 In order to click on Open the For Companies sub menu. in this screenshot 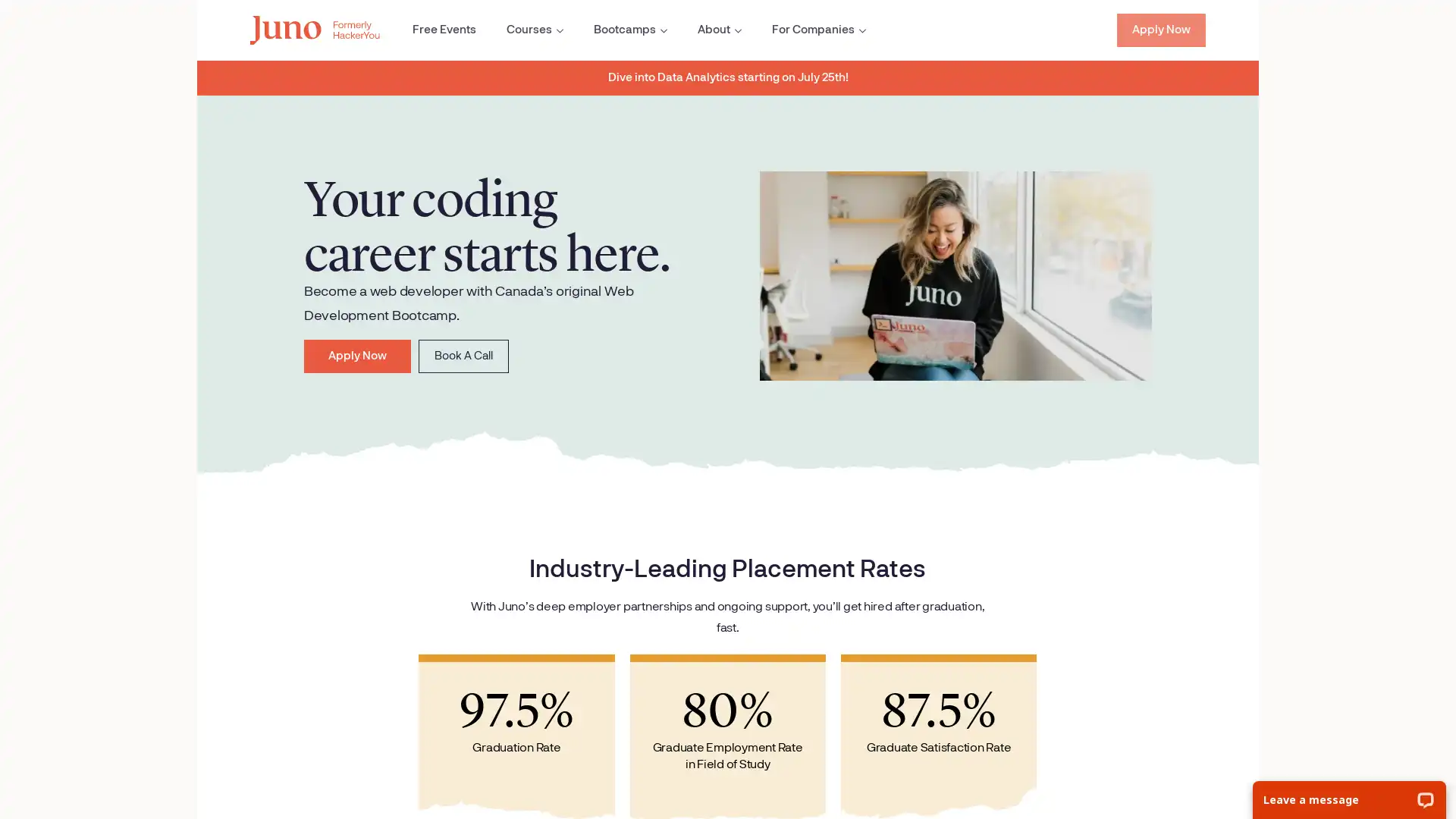, I will do `click(805, 30)`.